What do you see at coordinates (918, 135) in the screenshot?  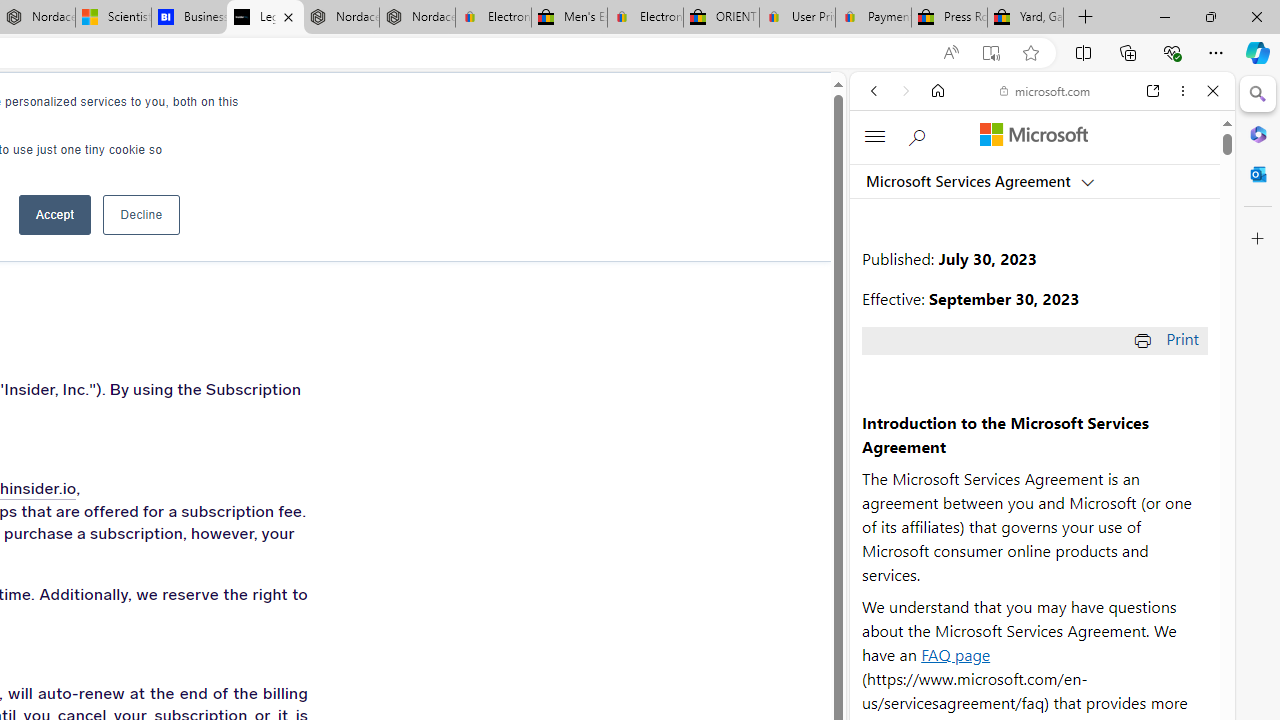 I see `'Search Microsoft.com'` at bounding box center [918, 135].